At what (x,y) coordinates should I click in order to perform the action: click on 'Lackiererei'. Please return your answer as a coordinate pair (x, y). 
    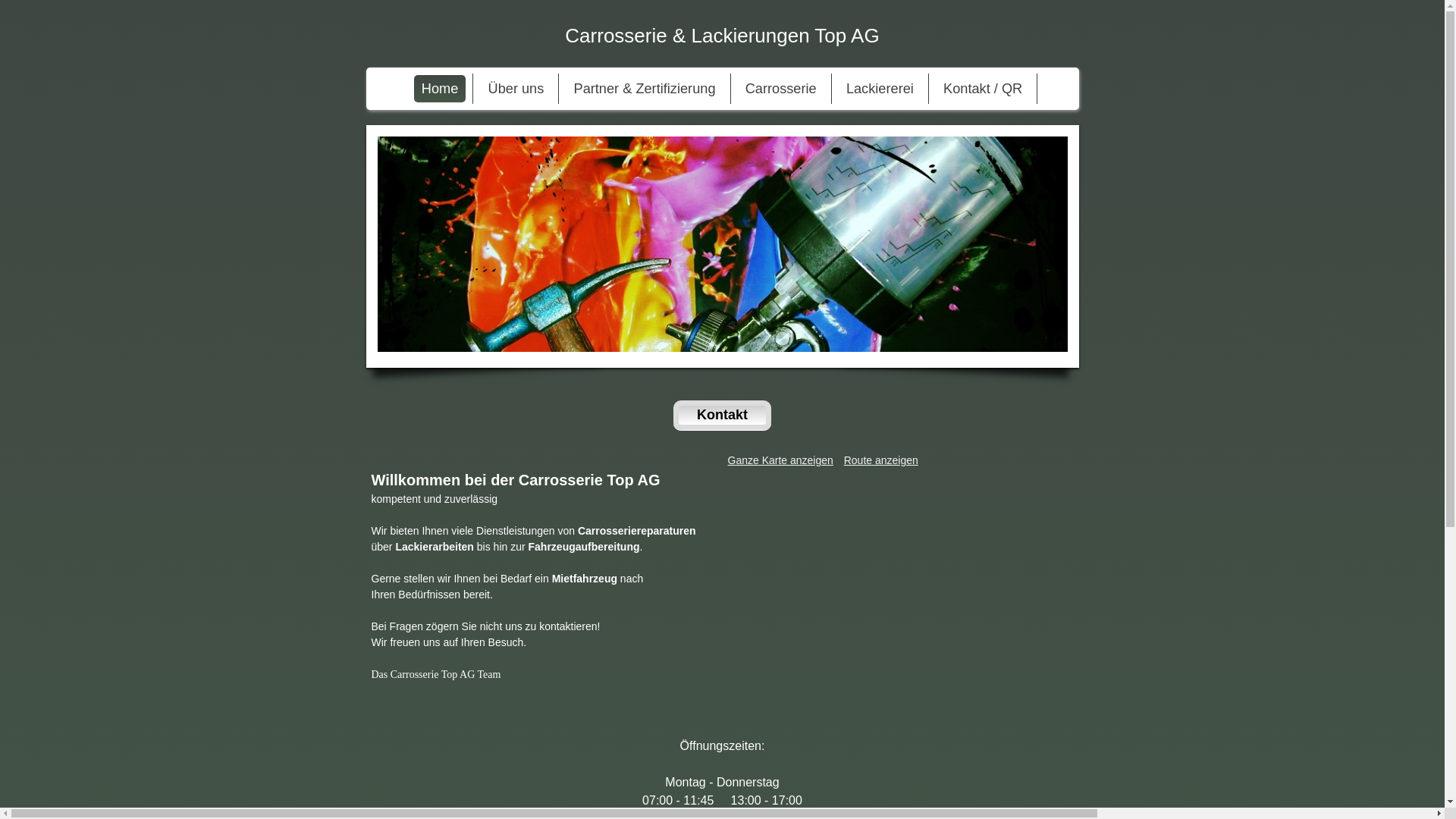
    Looking at the image, I should click on (880, 88).